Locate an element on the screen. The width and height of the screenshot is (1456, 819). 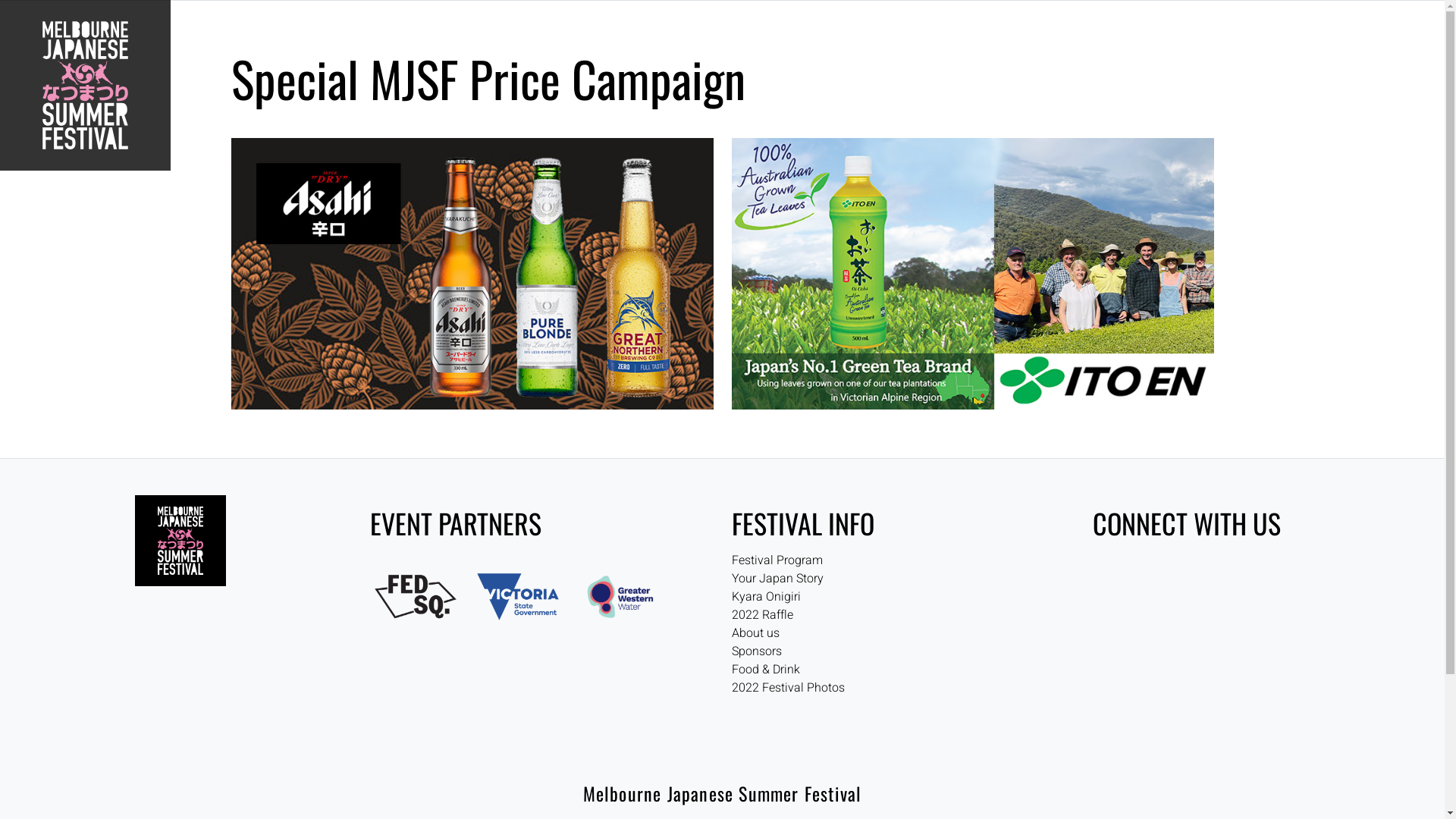
'2022 Raffle' is located at coordinates (731, 614).